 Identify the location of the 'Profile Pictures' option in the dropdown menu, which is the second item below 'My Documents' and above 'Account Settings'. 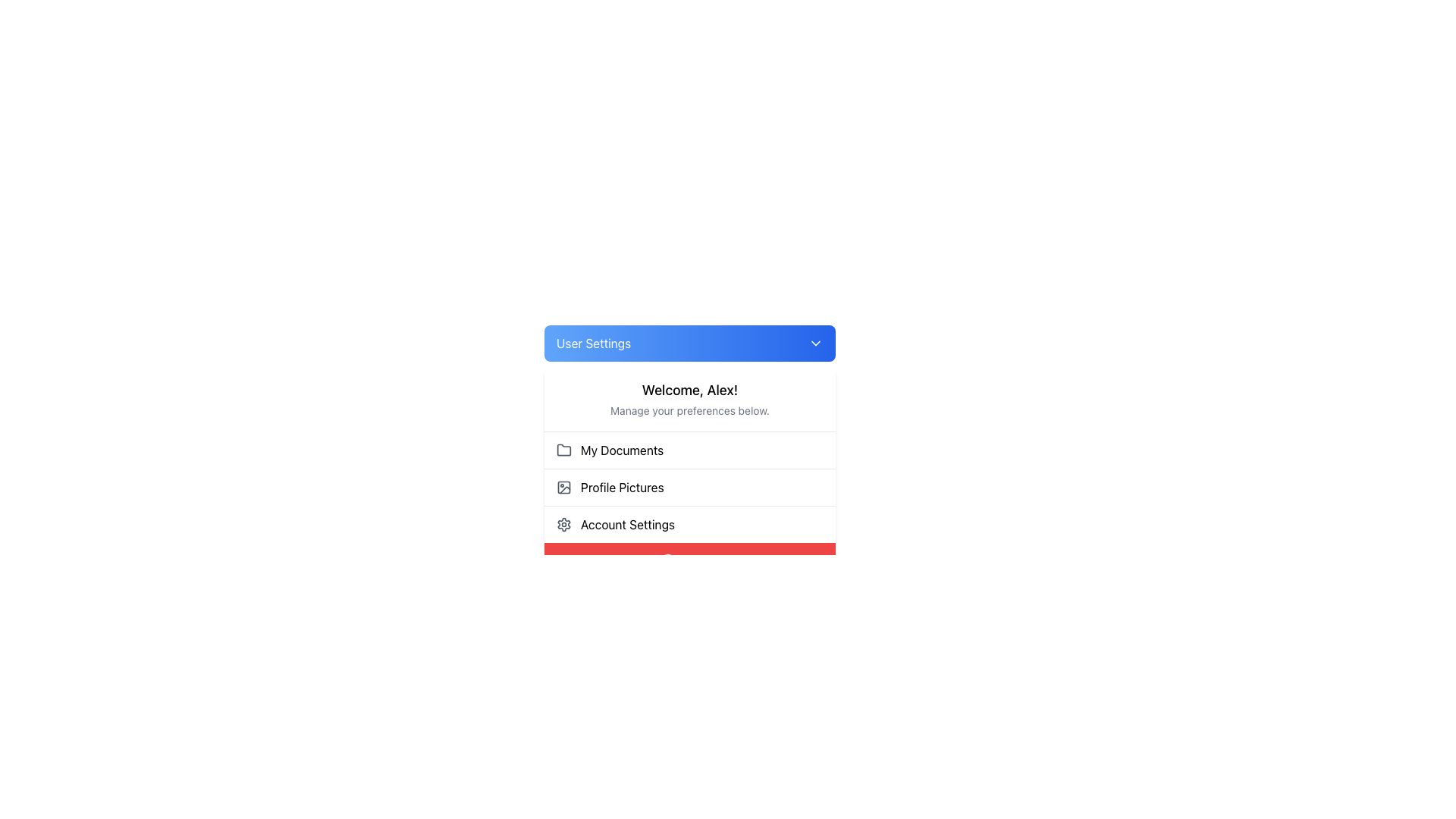
(689, 472).